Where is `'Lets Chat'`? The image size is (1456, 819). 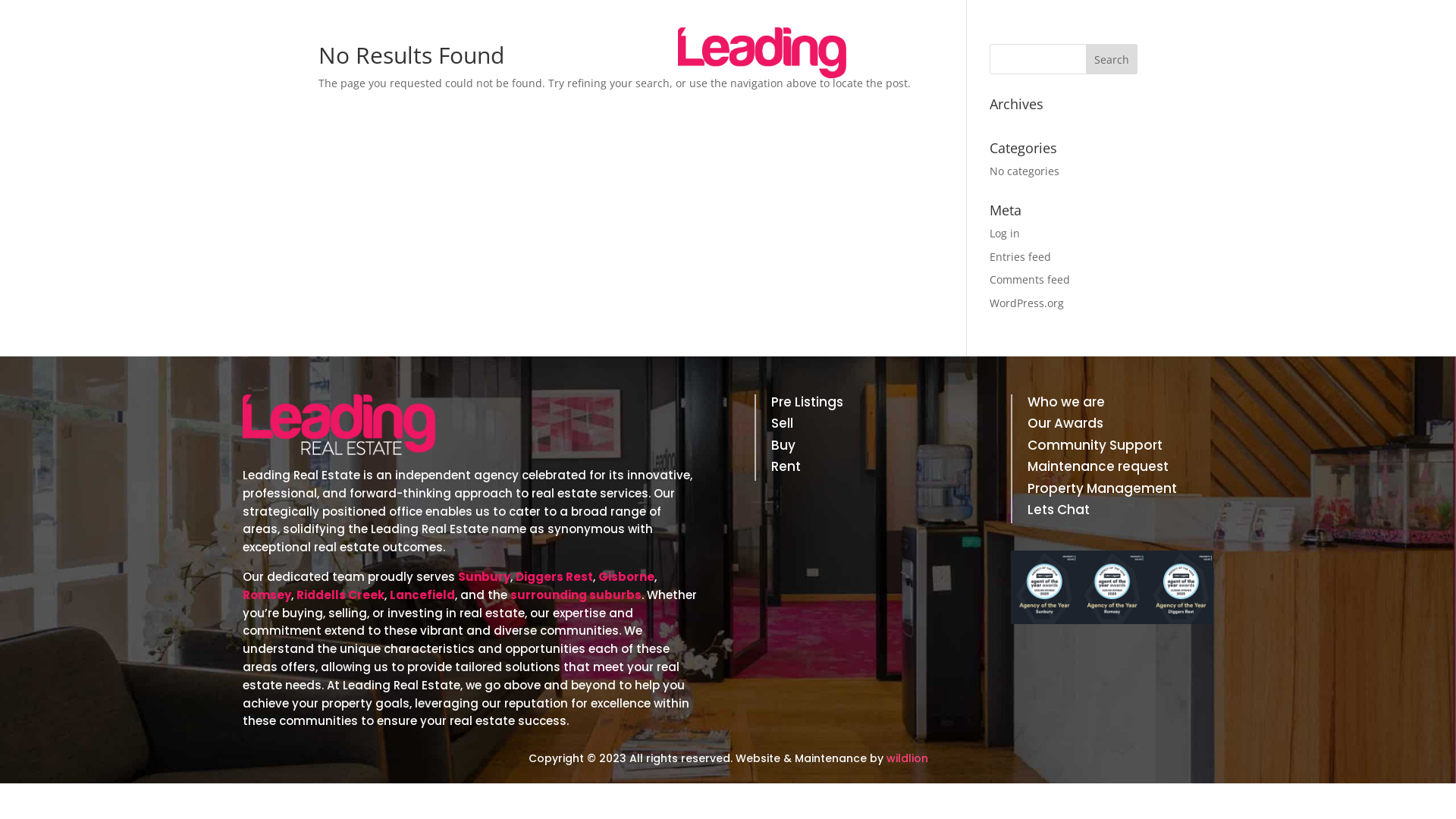
'Lets Chat' is located at coordinates (1027, 512).